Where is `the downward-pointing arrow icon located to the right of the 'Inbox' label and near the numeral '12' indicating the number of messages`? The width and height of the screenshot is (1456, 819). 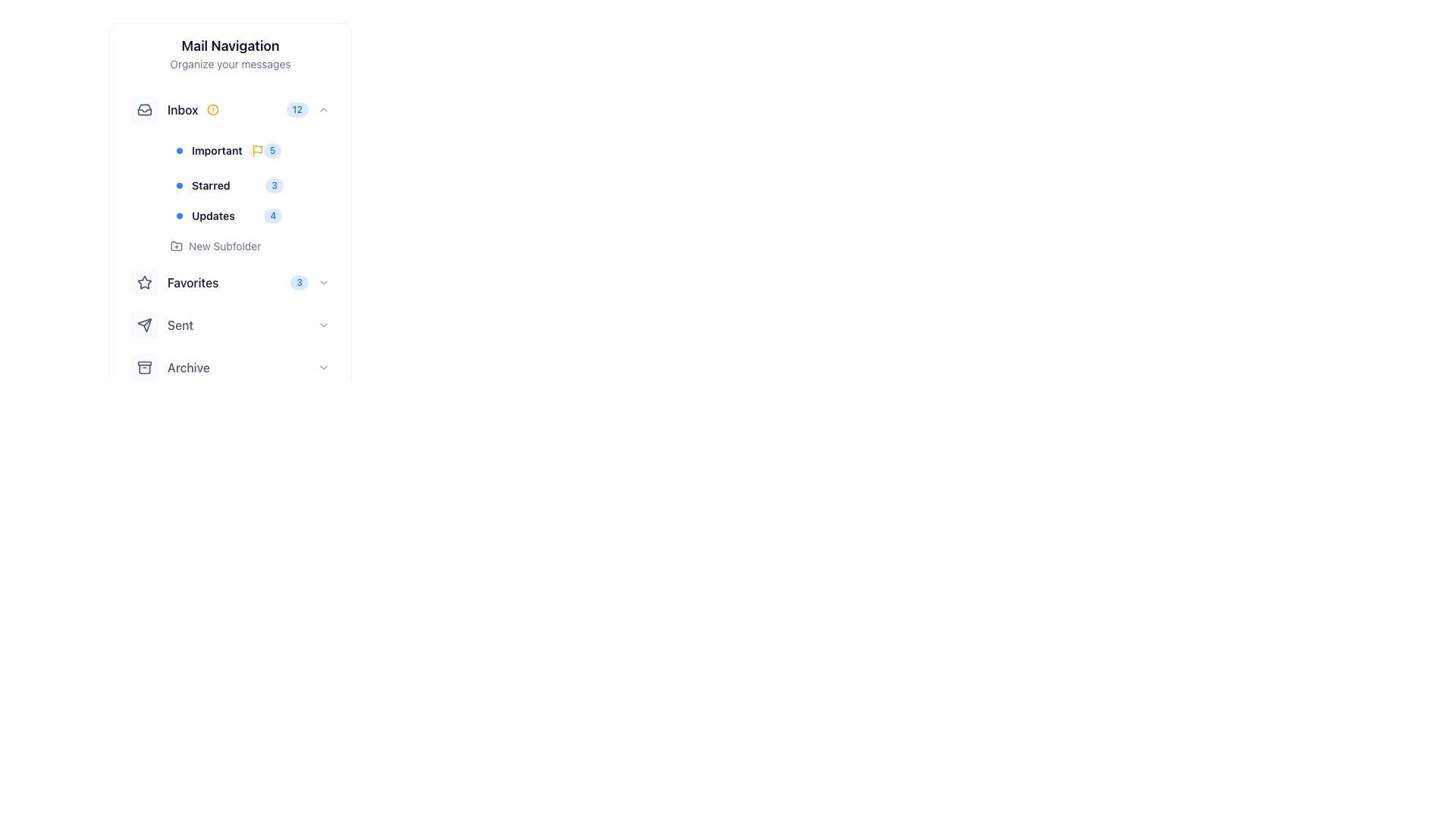
the downward-pointing arrow icon located to the right of the 'Inbox' label and near the numeral '12' indicating the number of messages is located at coordinates (145, 110).